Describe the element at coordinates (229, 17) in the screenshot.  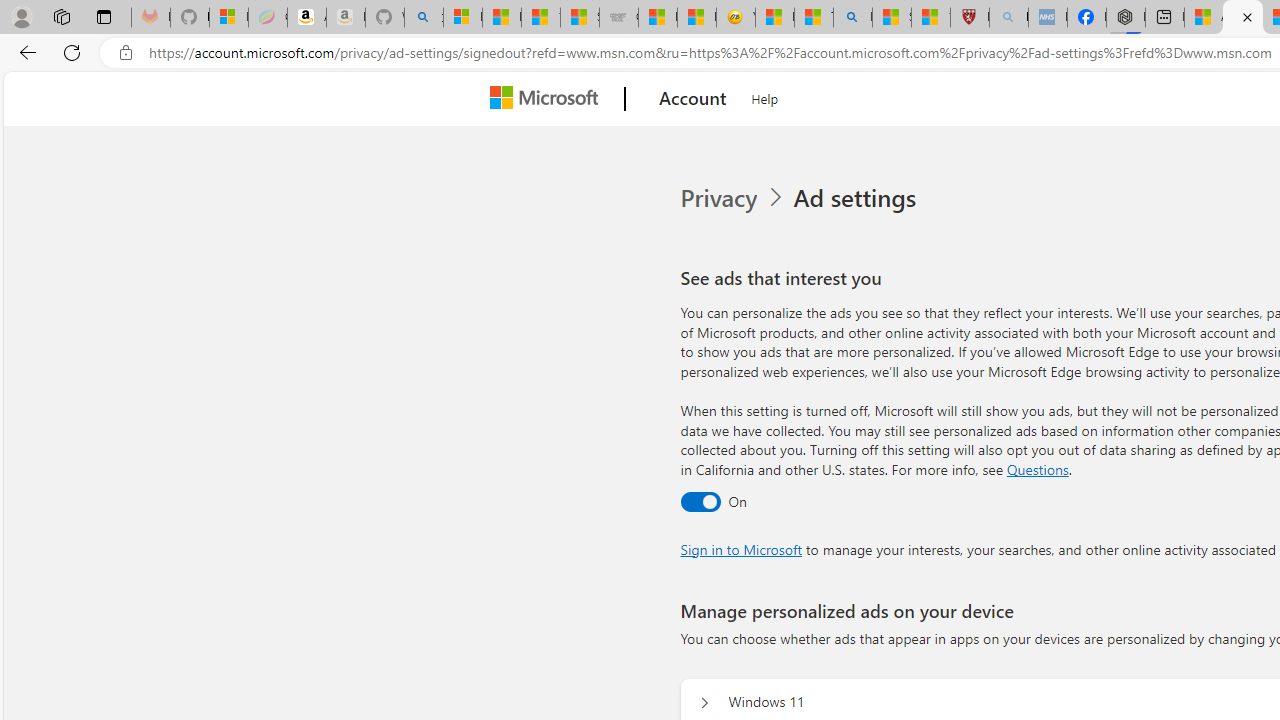
I see `'Microsoft-Report a Concern to Bing'` at that location.